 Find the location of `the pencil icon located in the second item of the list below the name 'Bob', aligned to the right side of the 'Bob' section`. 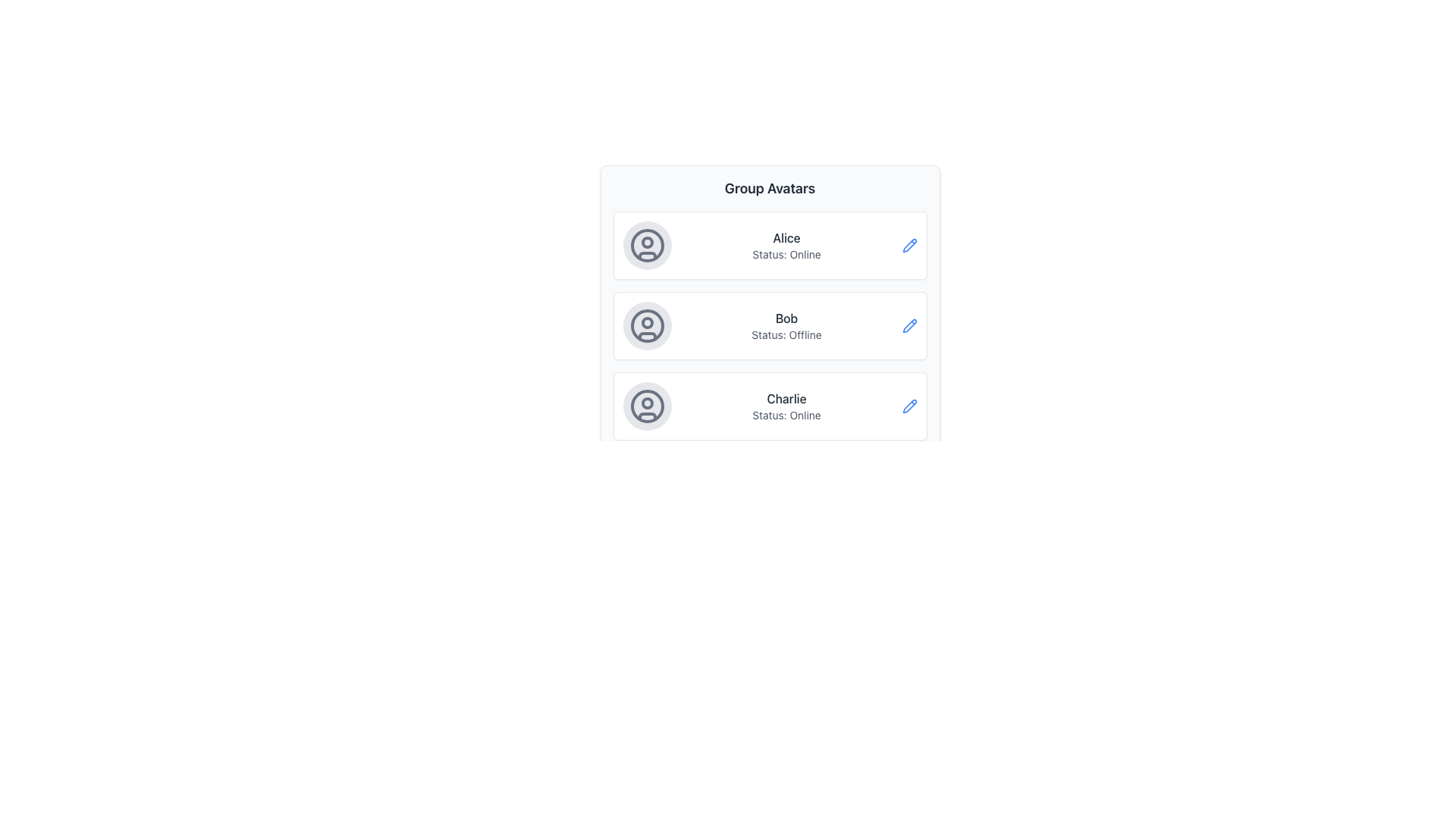

the pencil icon located in the second item of the list below the name 'Bob', aligned to the right side of the 'Bob' section is located at coordinates (909, 325).